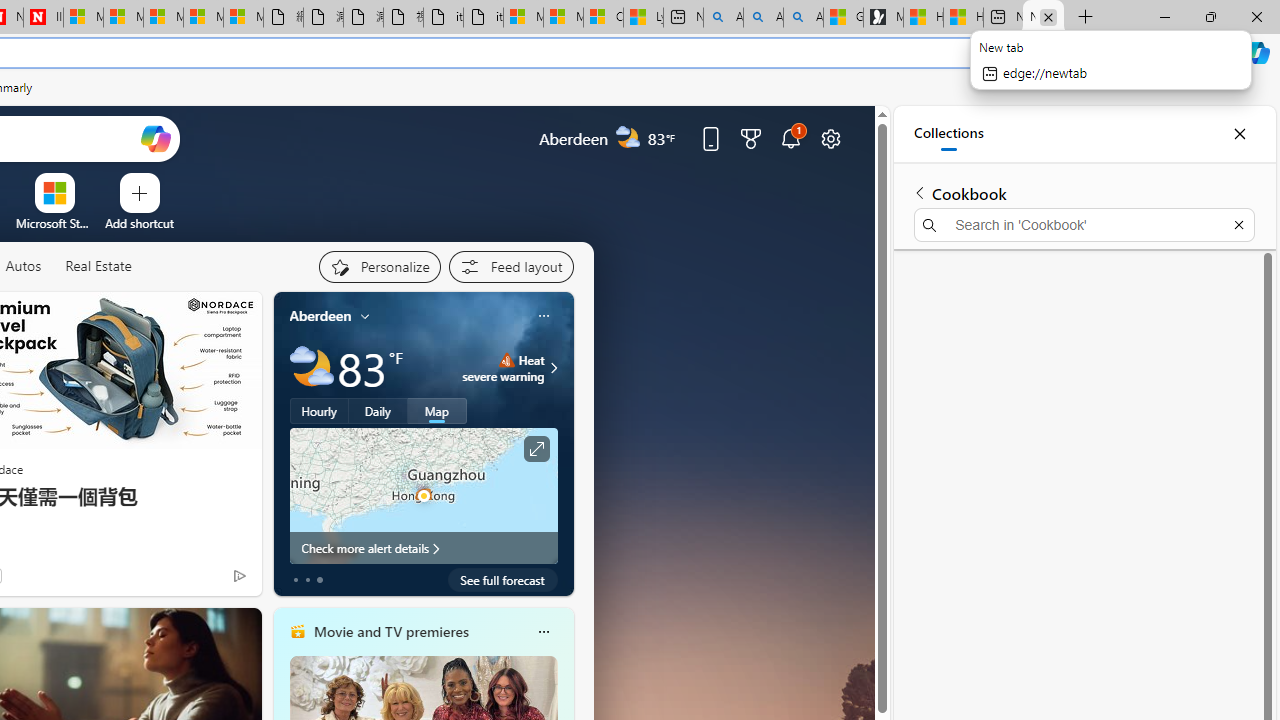 The width and height of the screenshot is (1280, 720). Describe the element at coordinates (790, 137) in the screenshot. I see `'Notifications'` at that location.